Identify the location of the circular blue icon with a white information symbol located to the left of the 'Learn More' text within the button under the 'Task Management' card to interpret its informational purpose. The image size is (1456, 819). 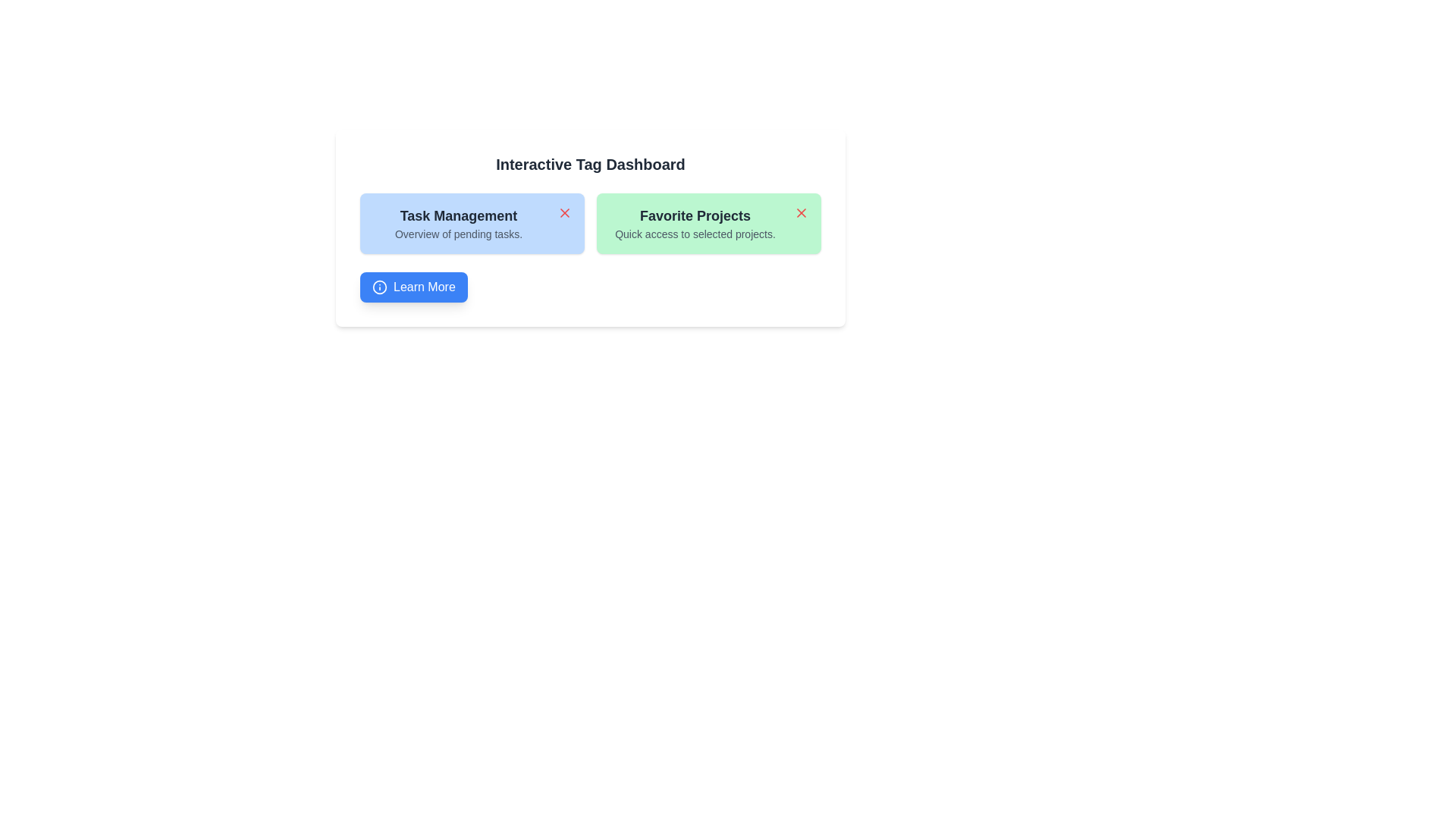
(379, 287).